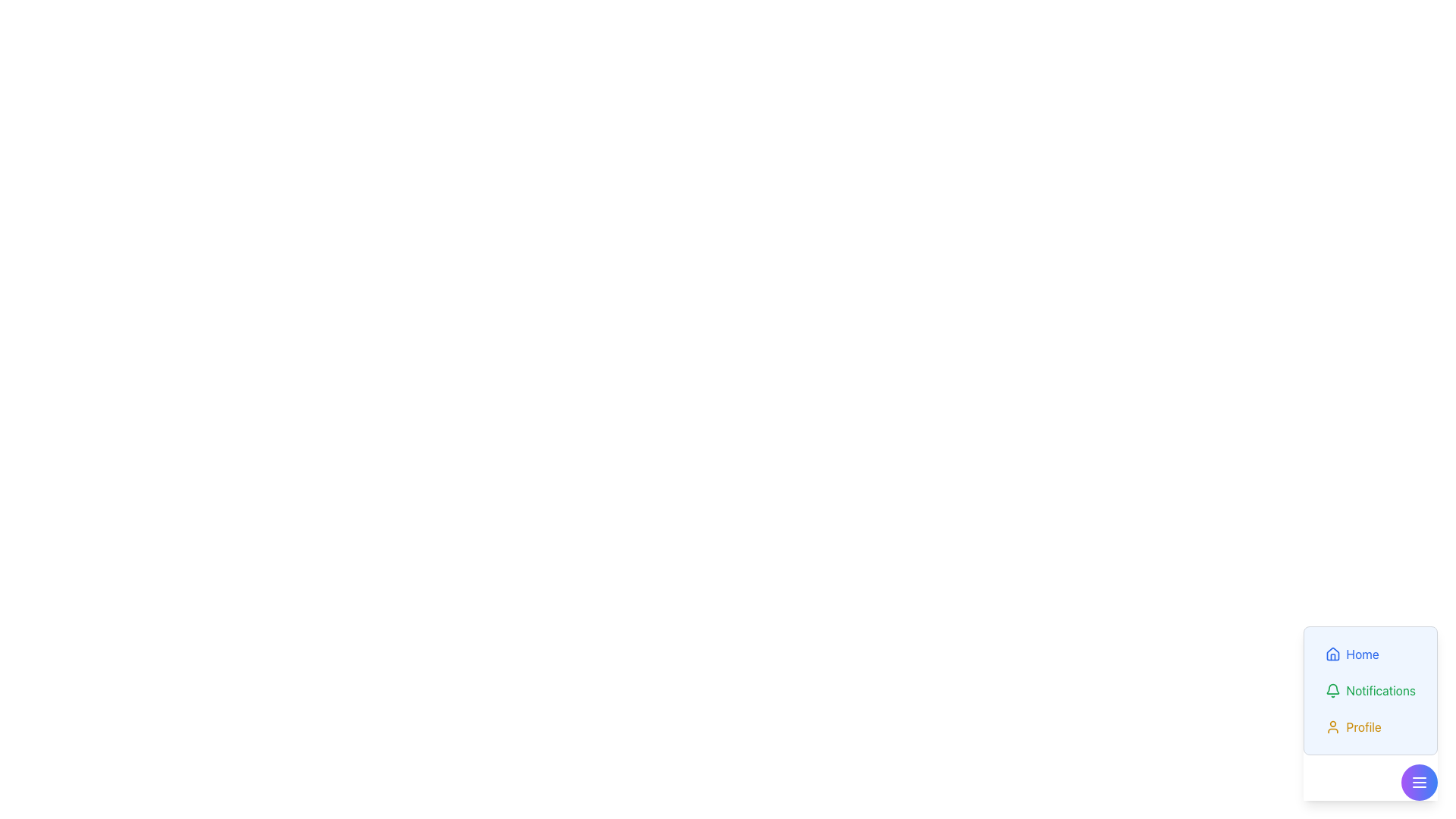  I want to click on the green bell icon and 'Notifications' text in the vertical menu to change its appearance, which is the second option below 'Home', so click(1370, 690).